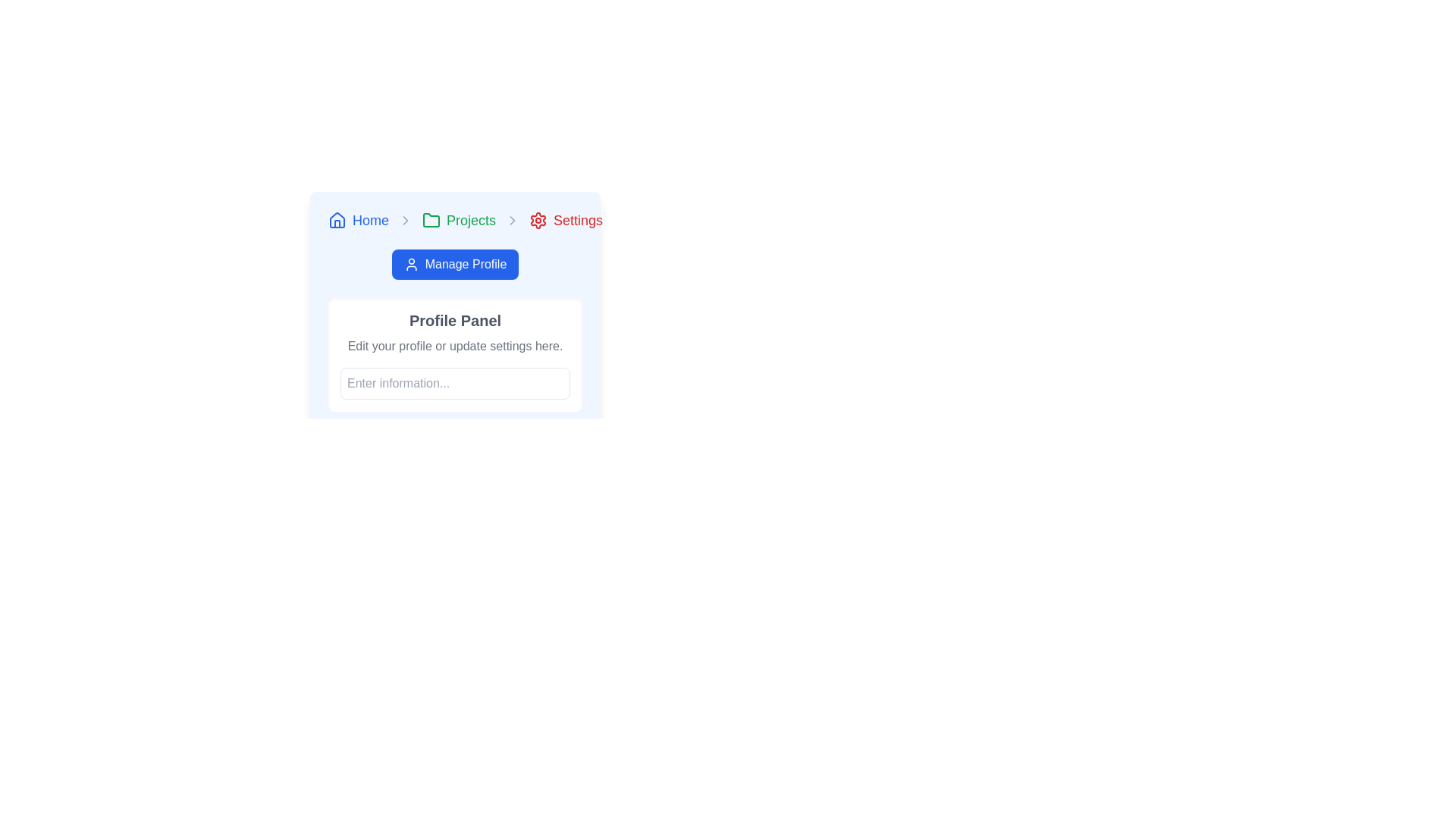 This screenshot has width=1456, height=819. What do you see at coordinates (454, 320) in the screenshot?
I see `the 'Profile Panel' text element, which is a bold, gray title located at the top-center of a white panel with rounded corners` at bounding box center [454, 320].